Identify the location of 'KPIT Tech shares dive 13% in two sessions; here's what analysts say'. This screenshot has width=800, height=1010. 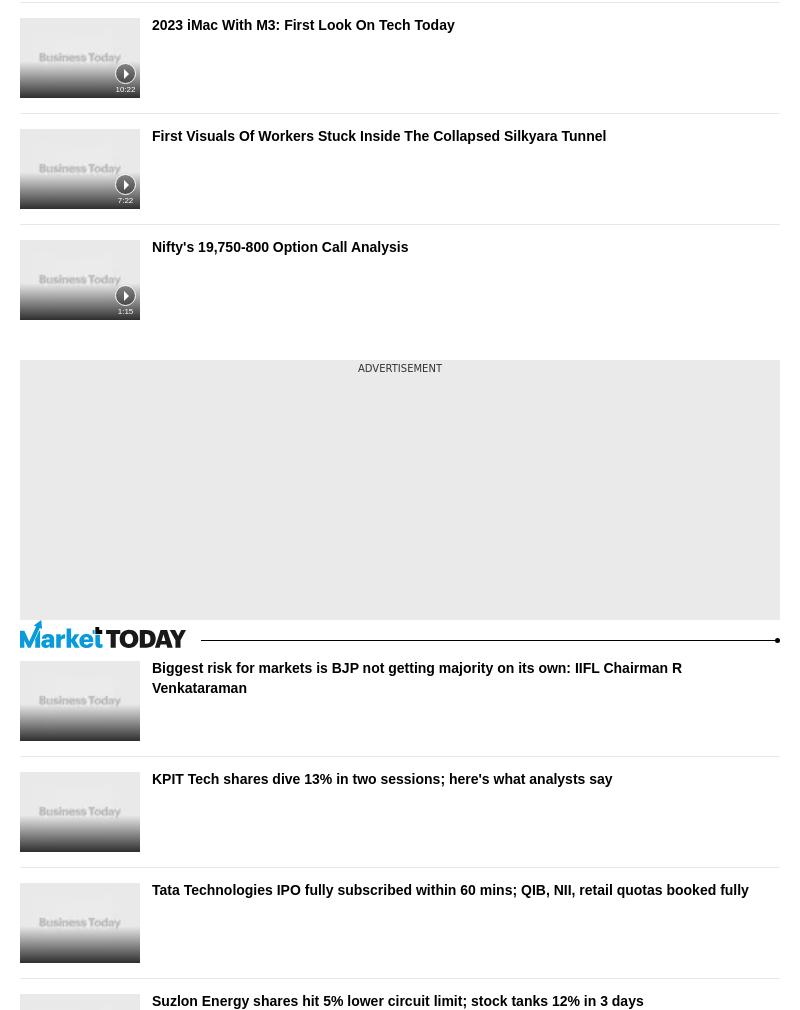
(381, 779).